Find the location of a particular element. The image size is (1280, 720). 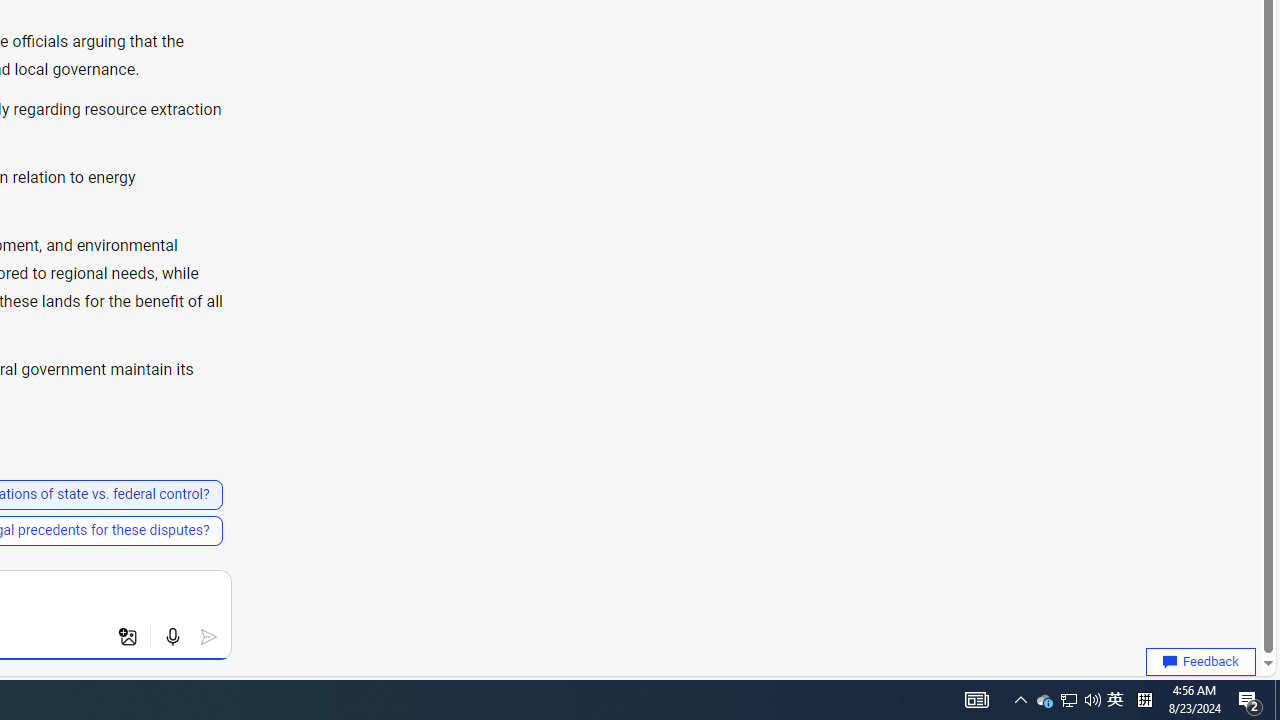

'Submit' is located at coordinates (208, 637).